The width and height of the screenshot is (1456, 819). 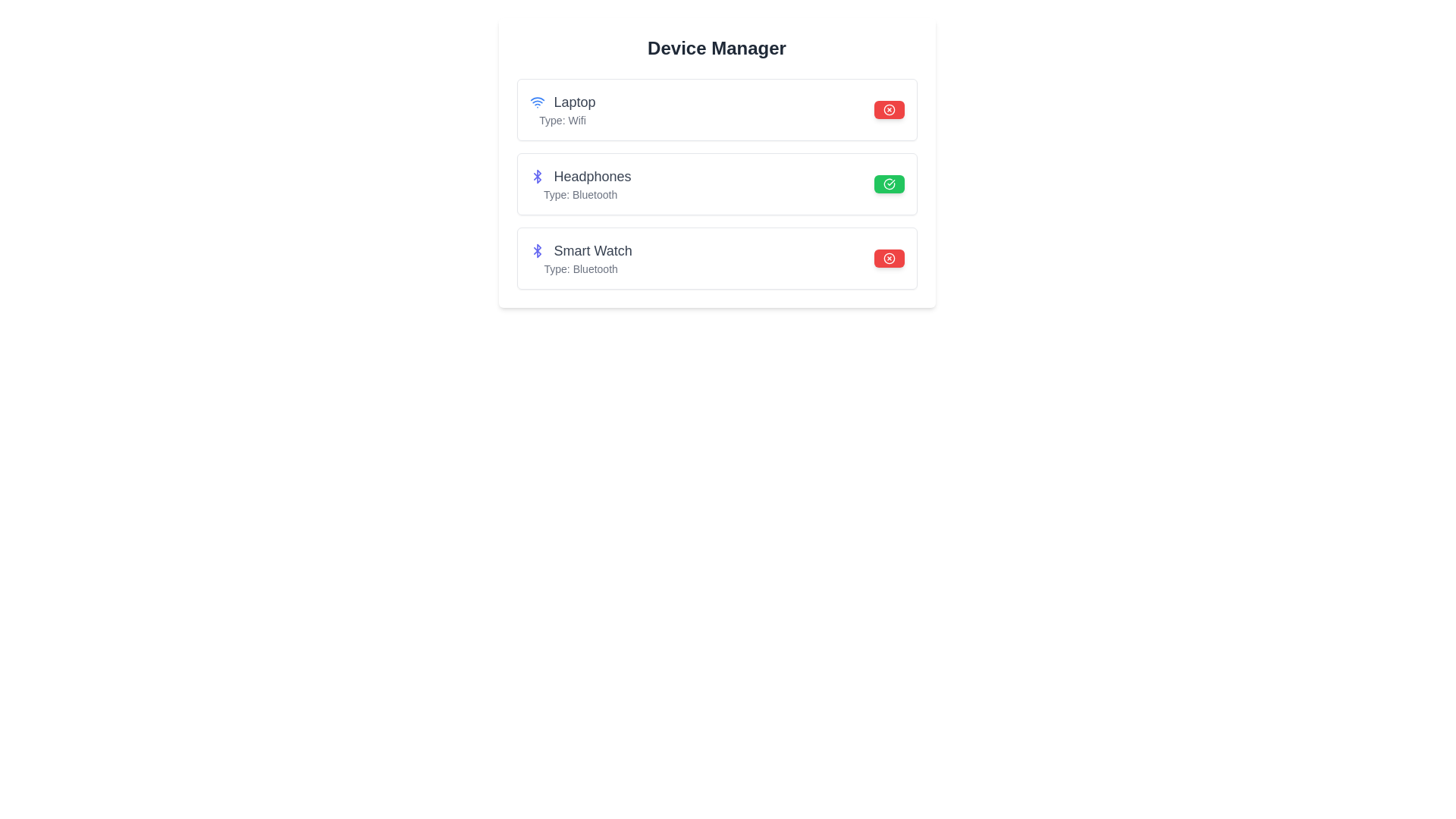 What do you see at coordinates (889, 184) in the screenshot?
I see `the button with a green background and a check-circle icon located in the 'Headphones' card to interact` at bounding box center [889, 184].